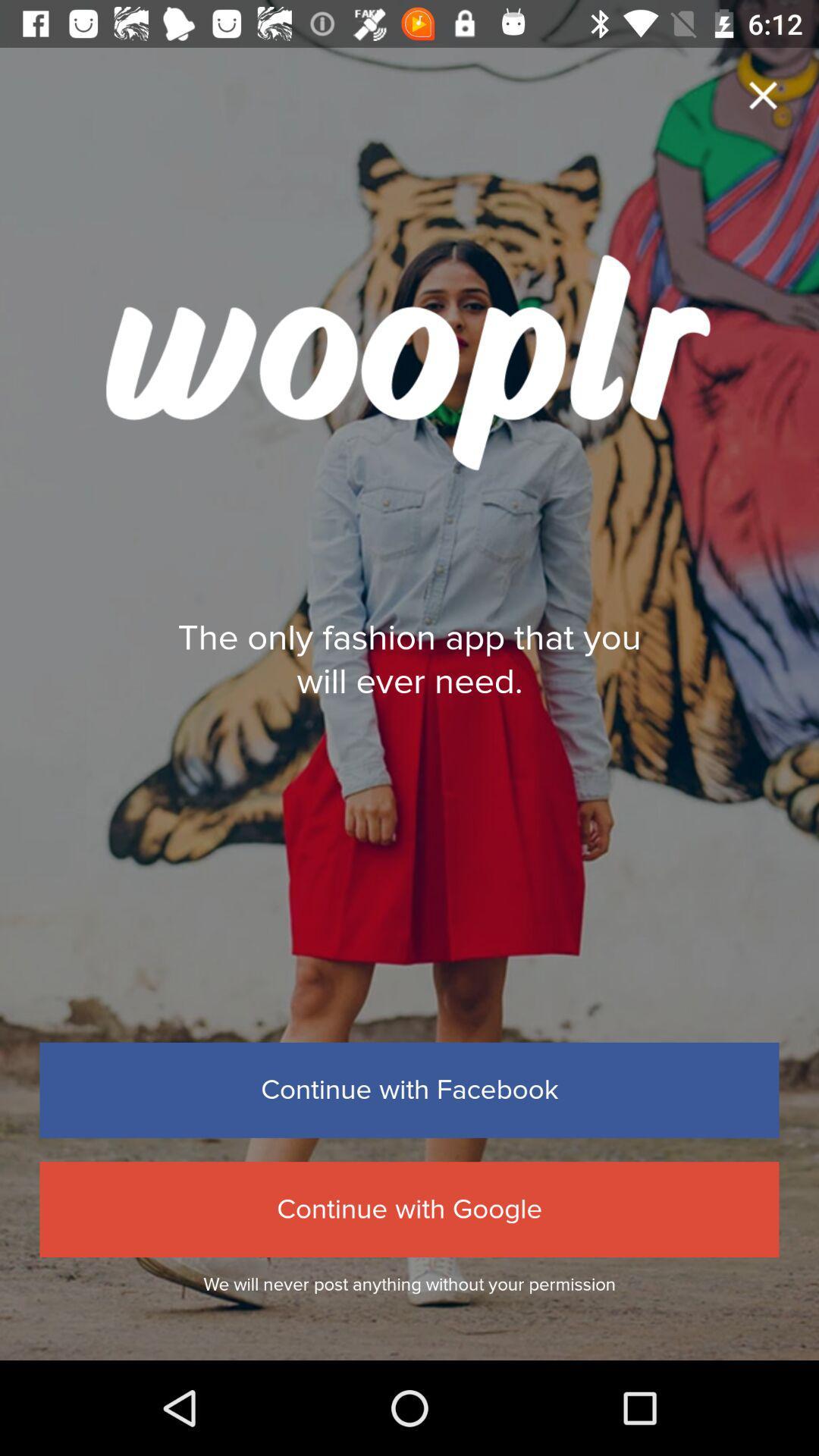  What do you see at coordinates (763, 94) in the screenshot?
I see `the close icon` at bounding box center [763, 94].